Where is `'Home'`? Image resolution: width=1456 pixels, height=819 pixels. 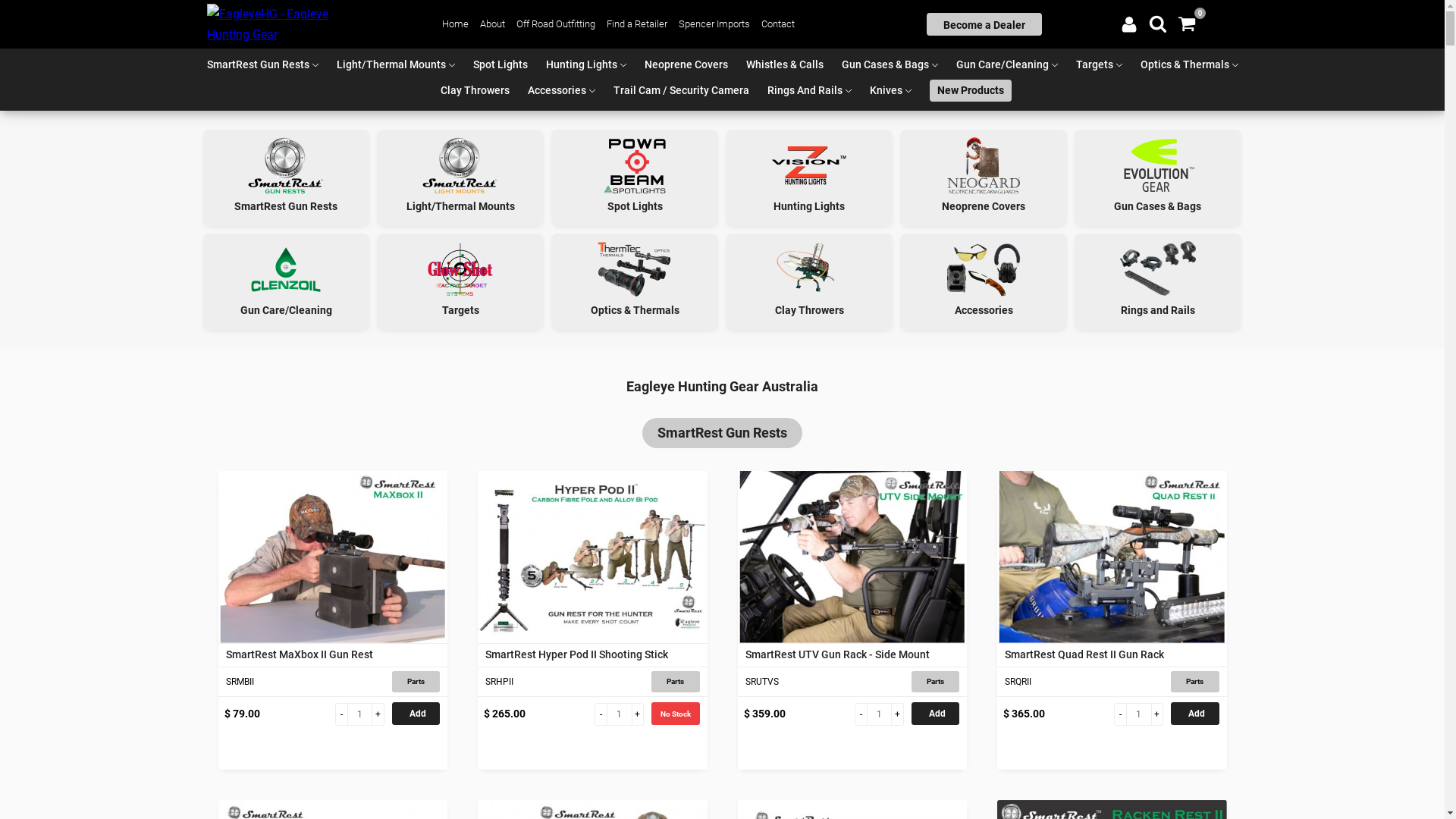 'Home' is located at coordinates (441, 24).